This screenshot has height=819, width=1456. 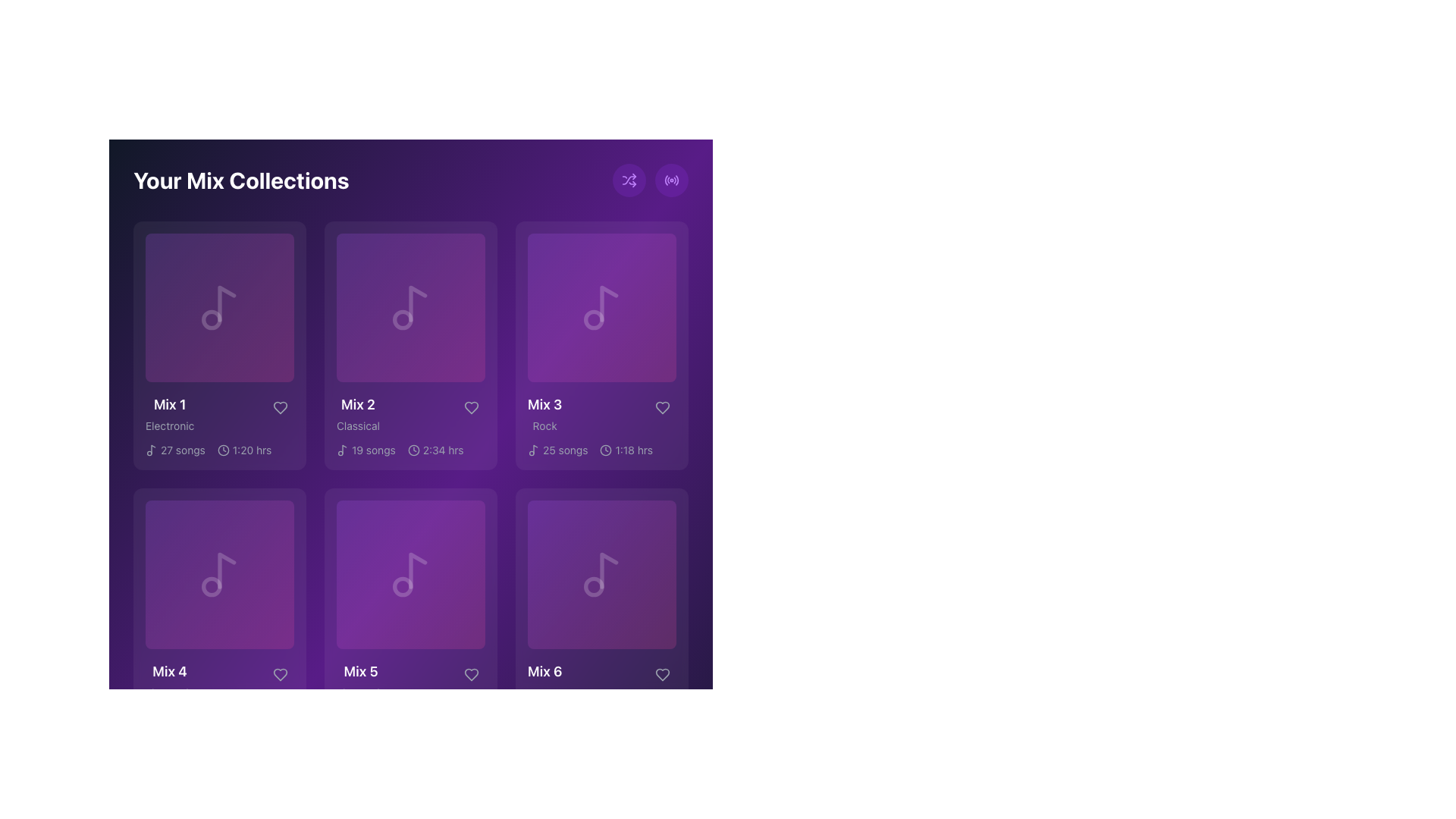 I want to click on the heart-shaped icon within the 'Mix 2' card in the 'Classical' category, so click(x=471, y=406).